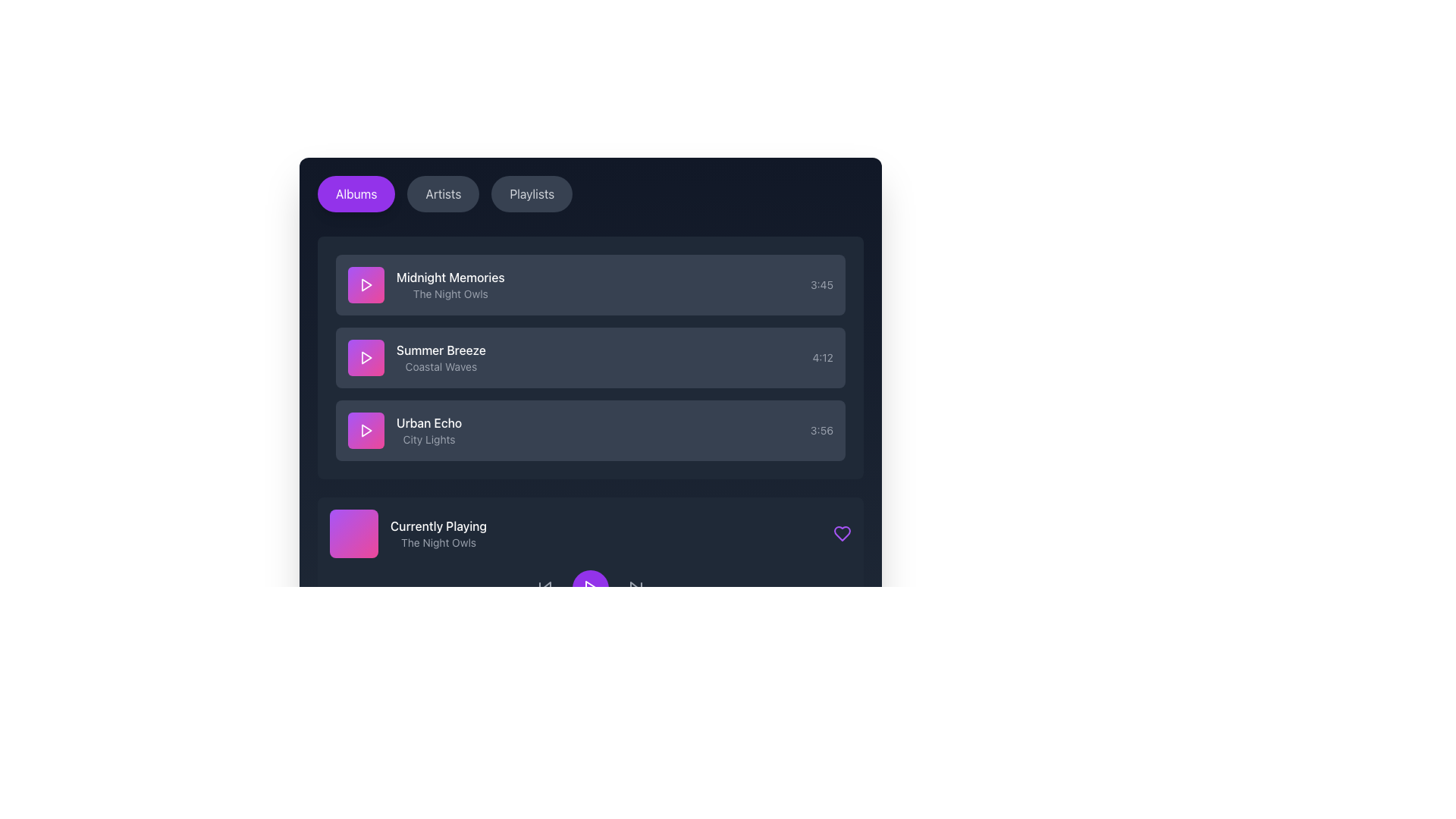  I want to click on the square-shaped Thumbnail visual indicator with a gradient background transitioning from purple to pink, so click(353, 533).